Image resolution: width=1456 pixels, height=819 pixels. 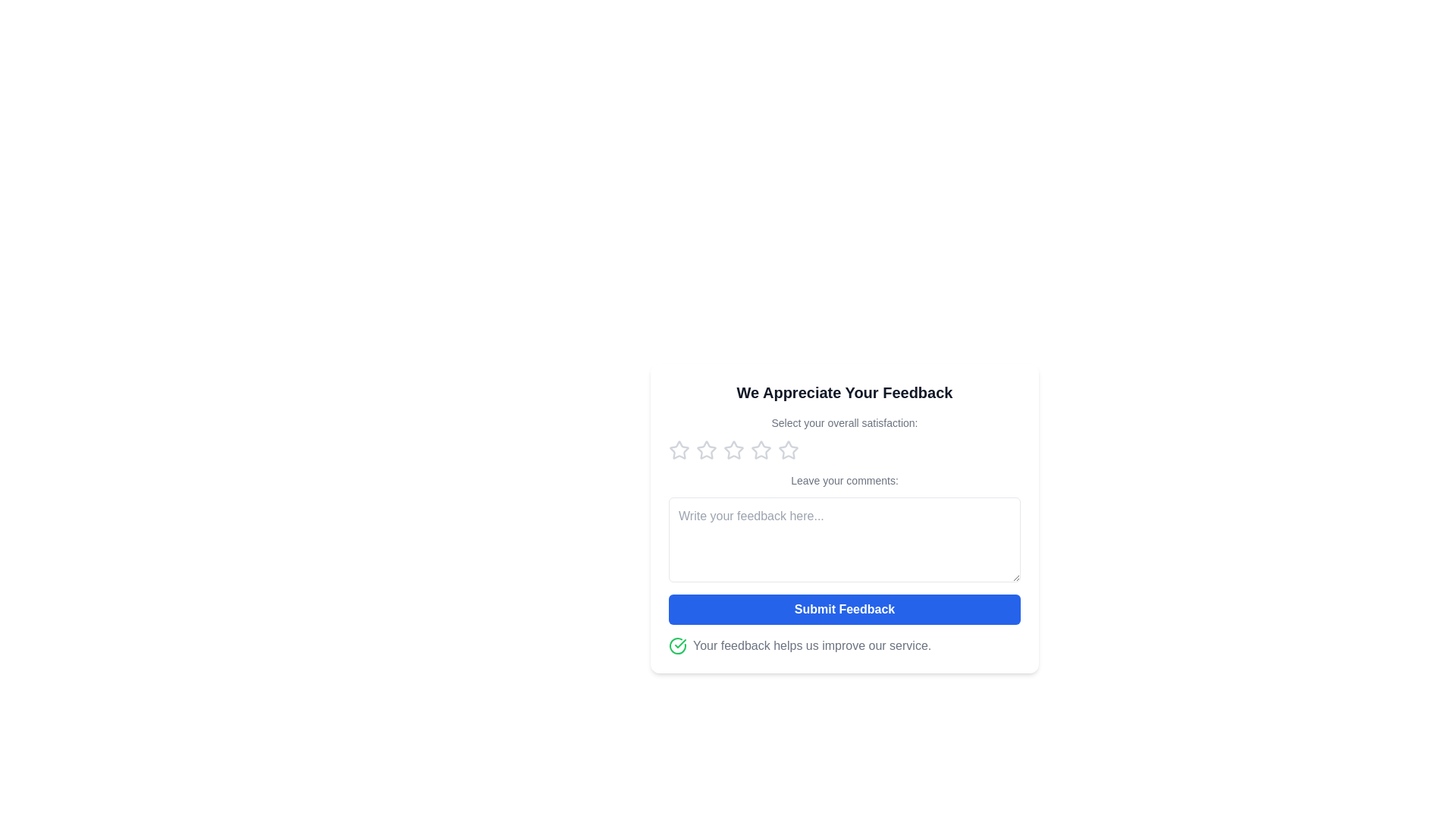 I want to click on the informational text label that guides the user to provide a rating for their satisfaction, located below the heading 'We Appreciate Your Feedback' and above the rating star icons, so click(x=843, y=423).